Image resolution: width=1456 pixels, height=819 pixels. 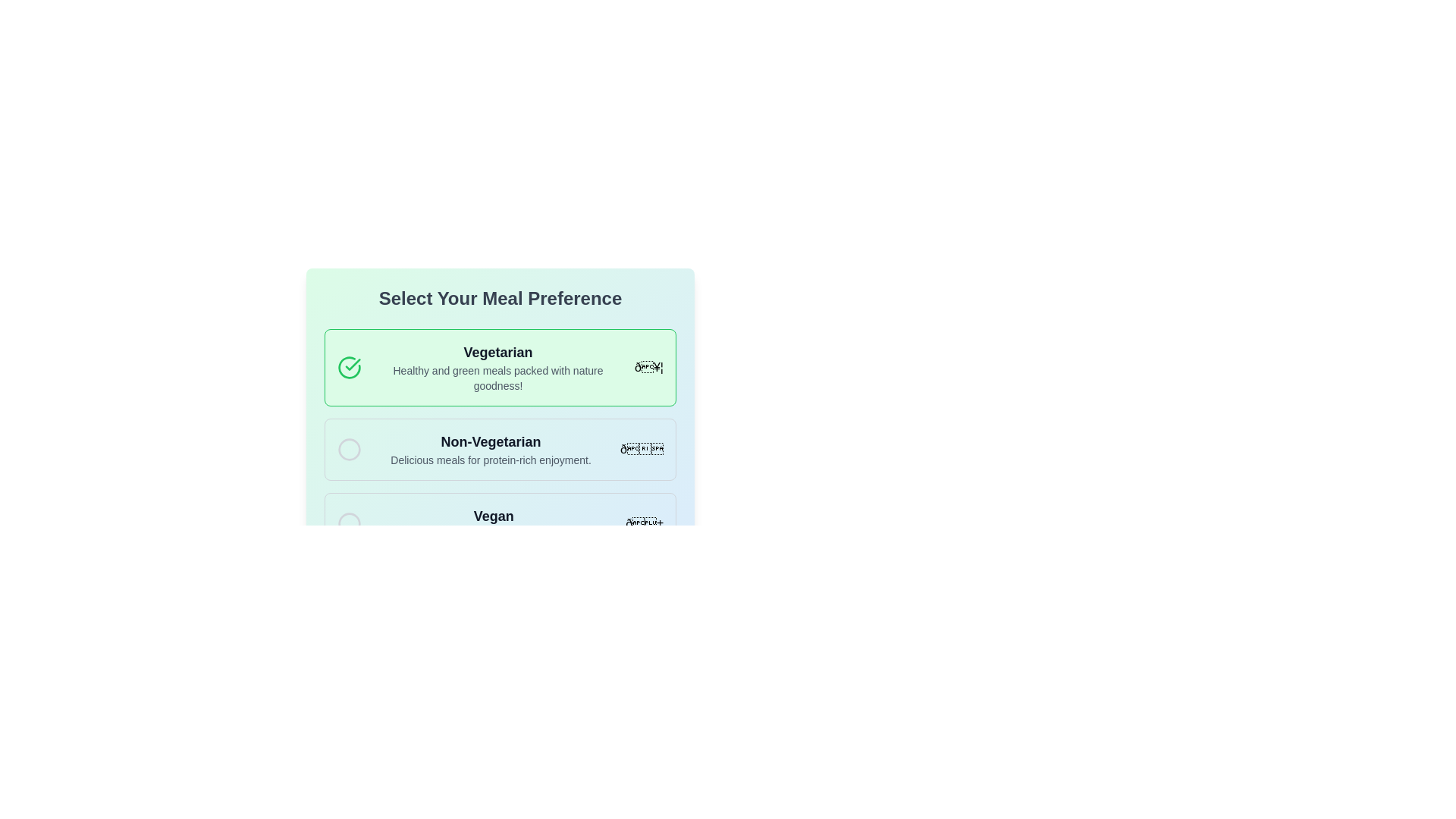 I want to click on the 'Vegetarian' option in the meal preference selection interface, which is the first selectable card in the list, so click(x=500, y=368).